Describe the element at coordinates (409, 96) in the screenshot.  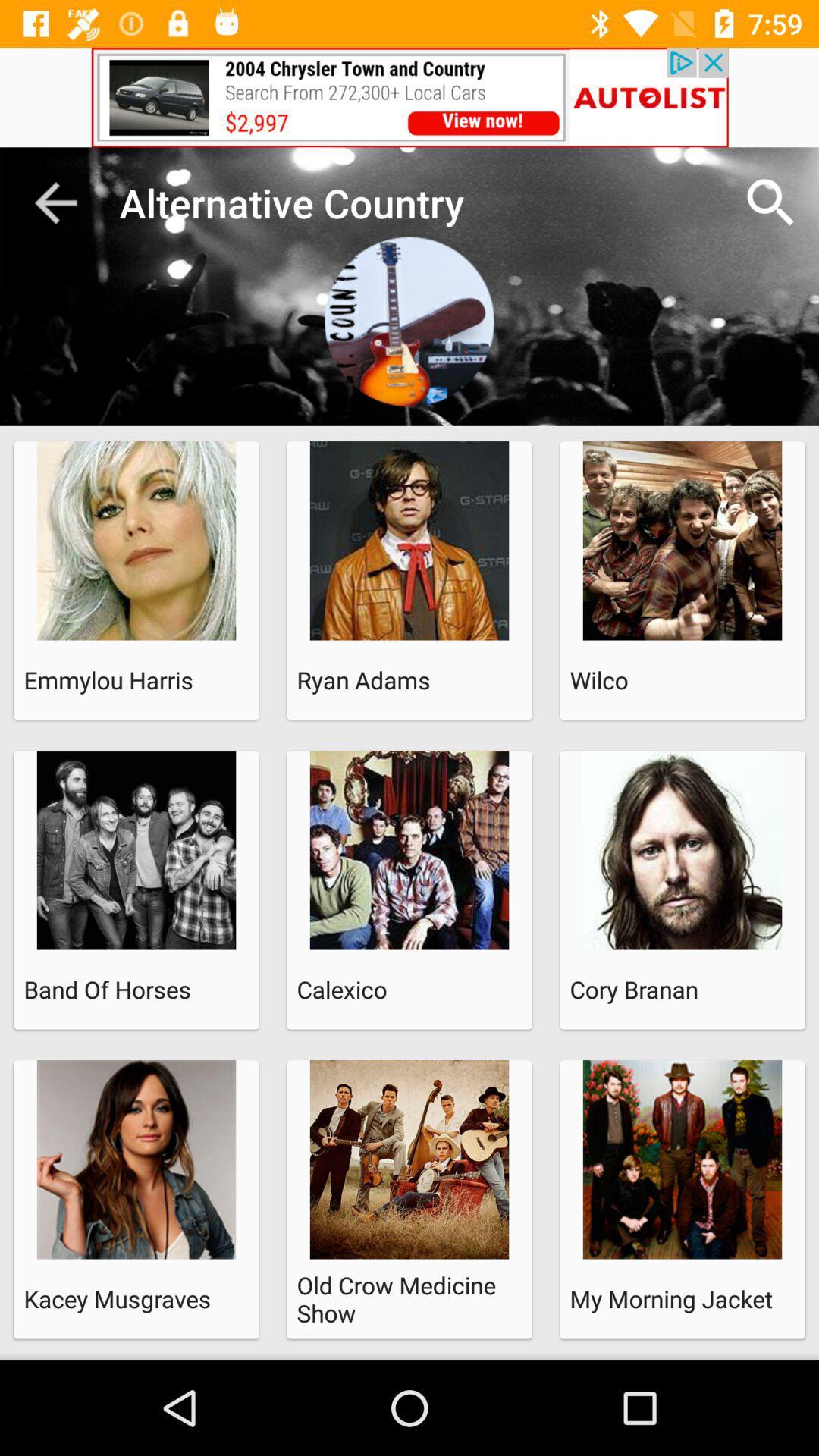
I see `advertisement image` at that location.